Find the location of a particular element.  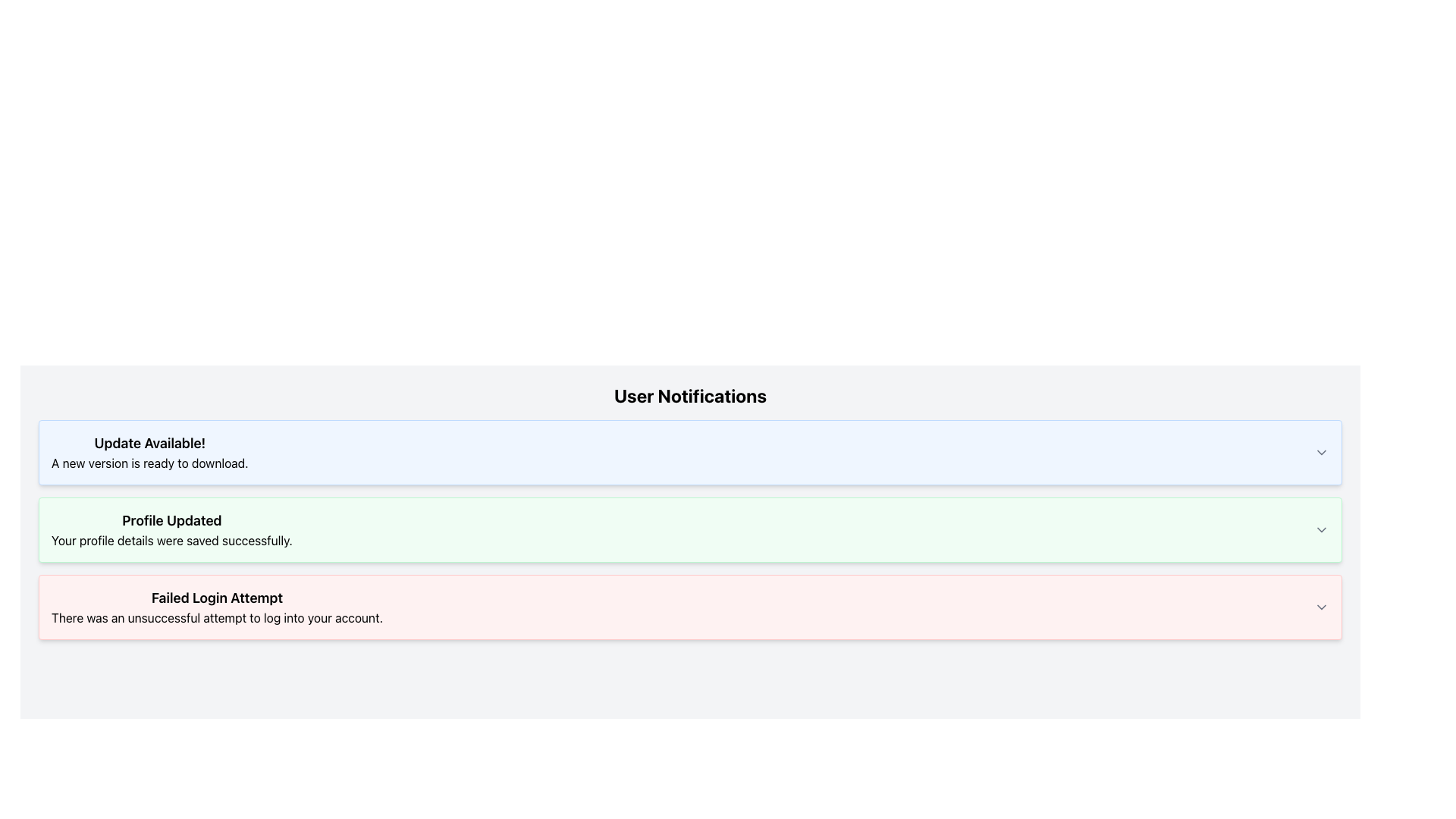

alert message displayed in the static text label indicating a failed login attempt, which is located within a light red background notification panel is located at coordinates (216, 617).